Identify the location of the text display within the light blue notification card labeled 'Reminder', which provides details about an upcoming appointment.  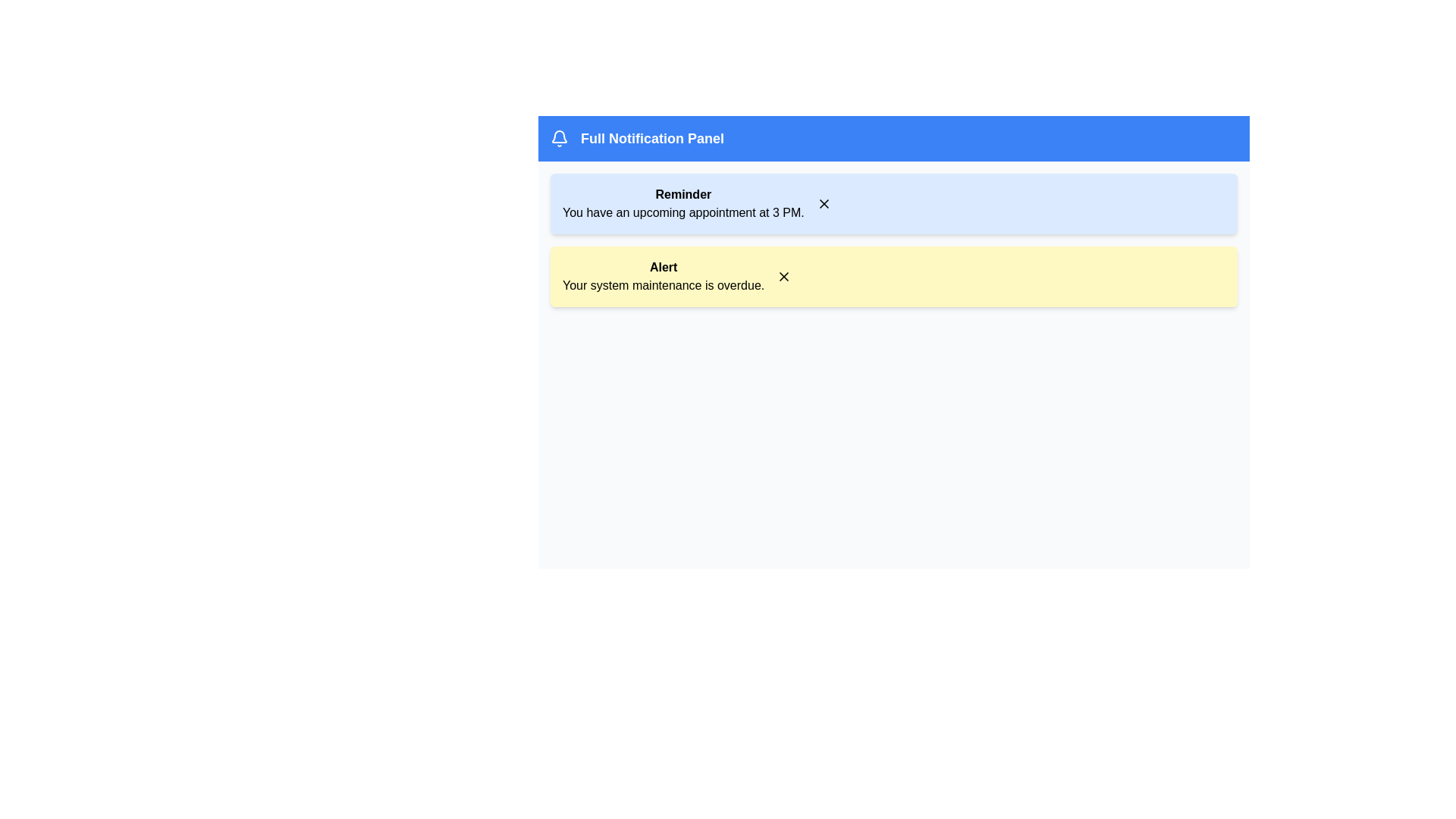
(682, 213).